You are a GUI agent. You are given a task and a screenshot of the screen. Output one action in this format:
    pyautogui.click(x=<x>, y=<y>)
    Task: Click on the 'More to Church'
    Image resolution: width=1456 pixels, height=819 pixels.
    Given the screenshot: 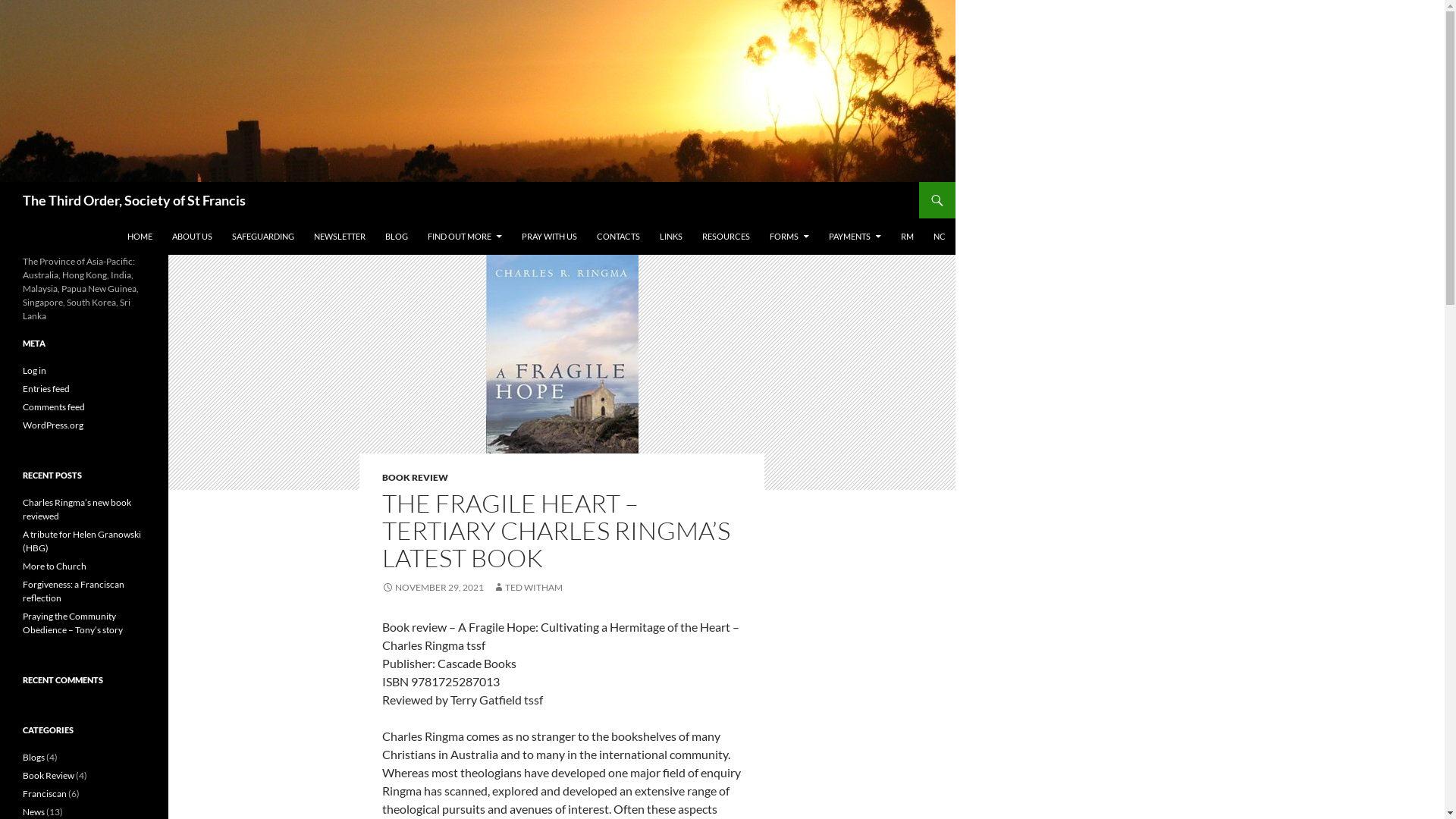 What is the action you would take?
    pyautogui.click(x=22, y=566)
    